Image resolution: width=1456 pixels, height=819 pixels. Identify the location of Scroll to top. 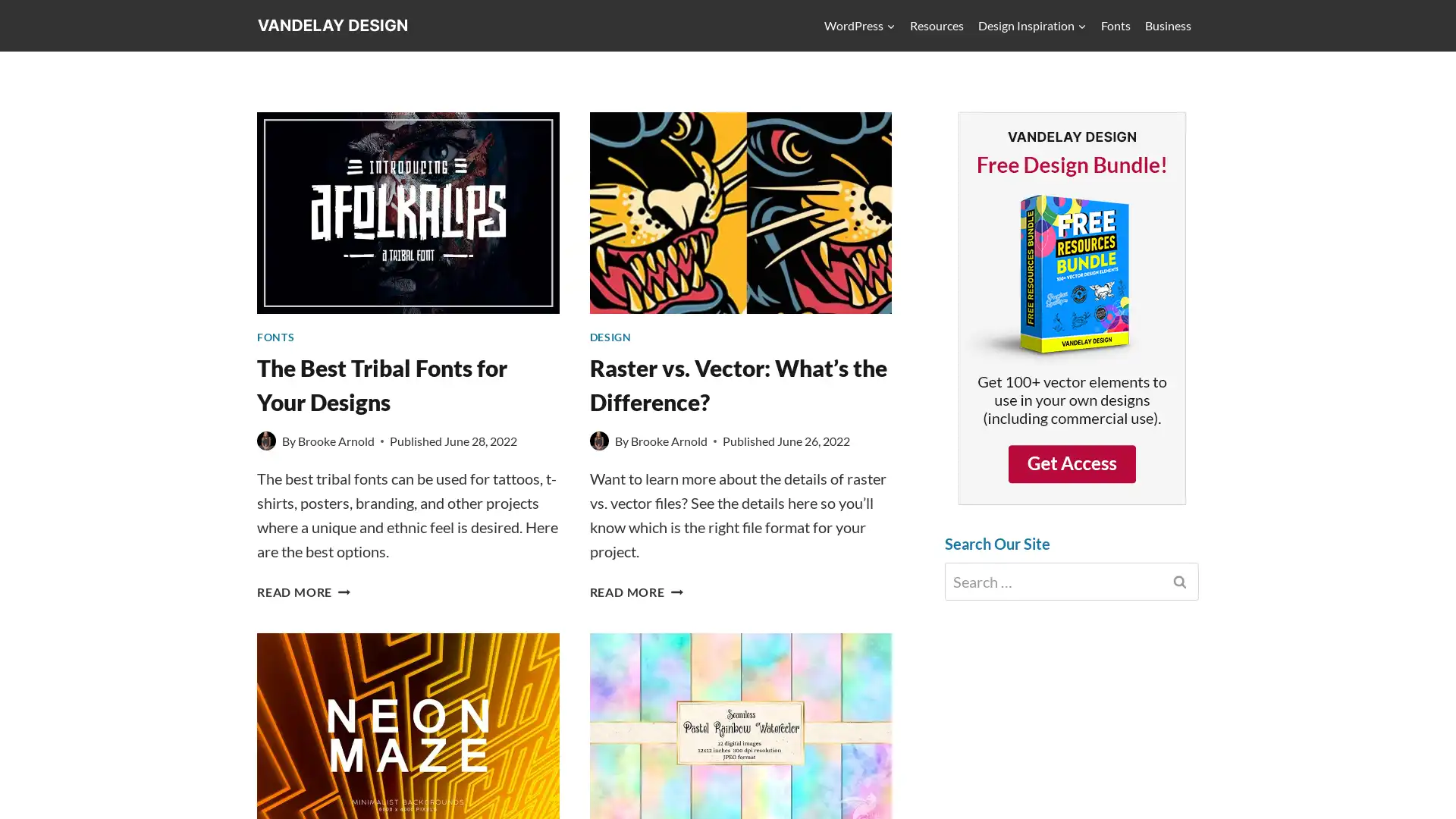
(1423, 786).